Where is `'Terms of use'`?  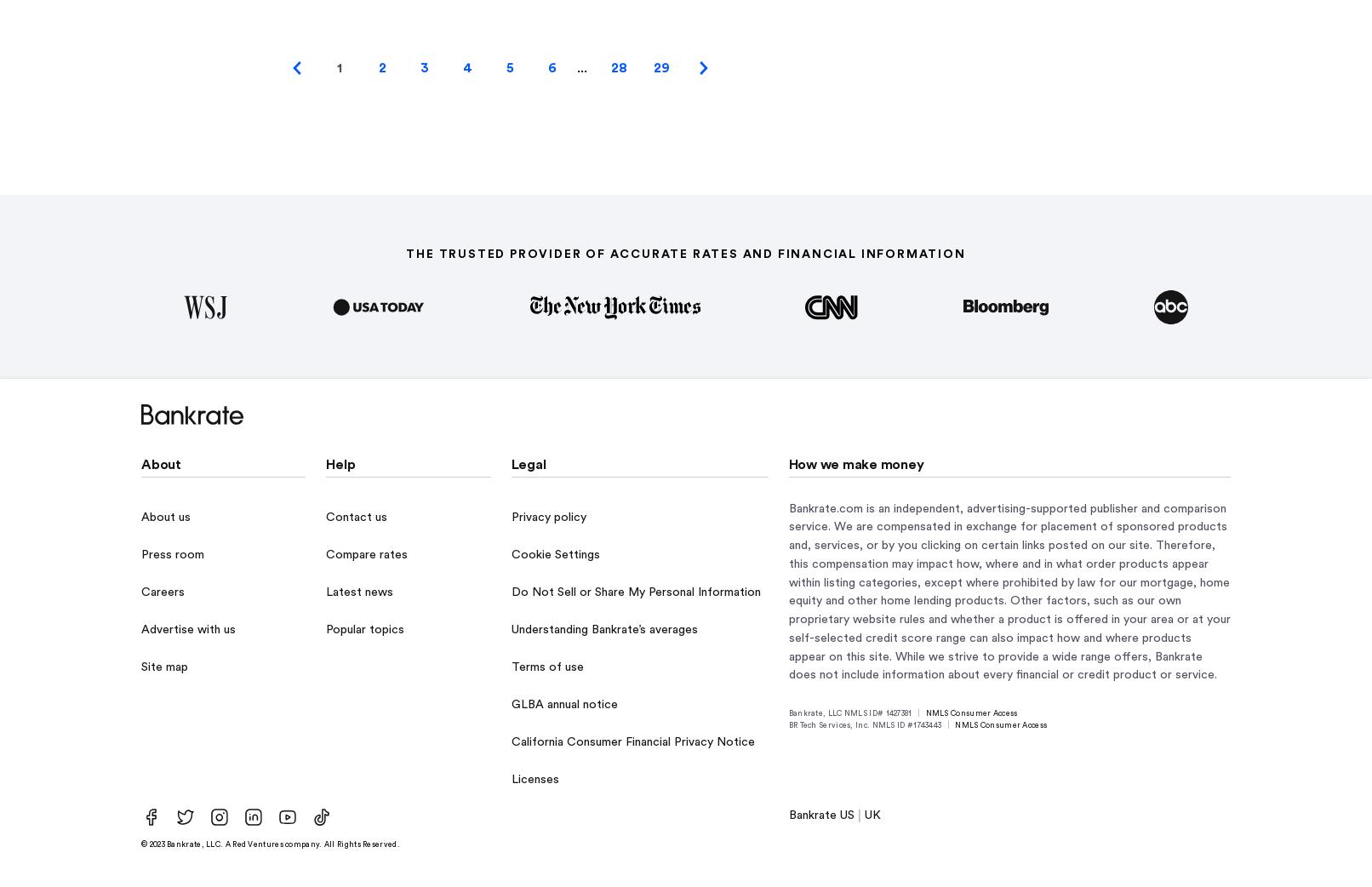 'Terms of use' is located at coordinates (546, 667).